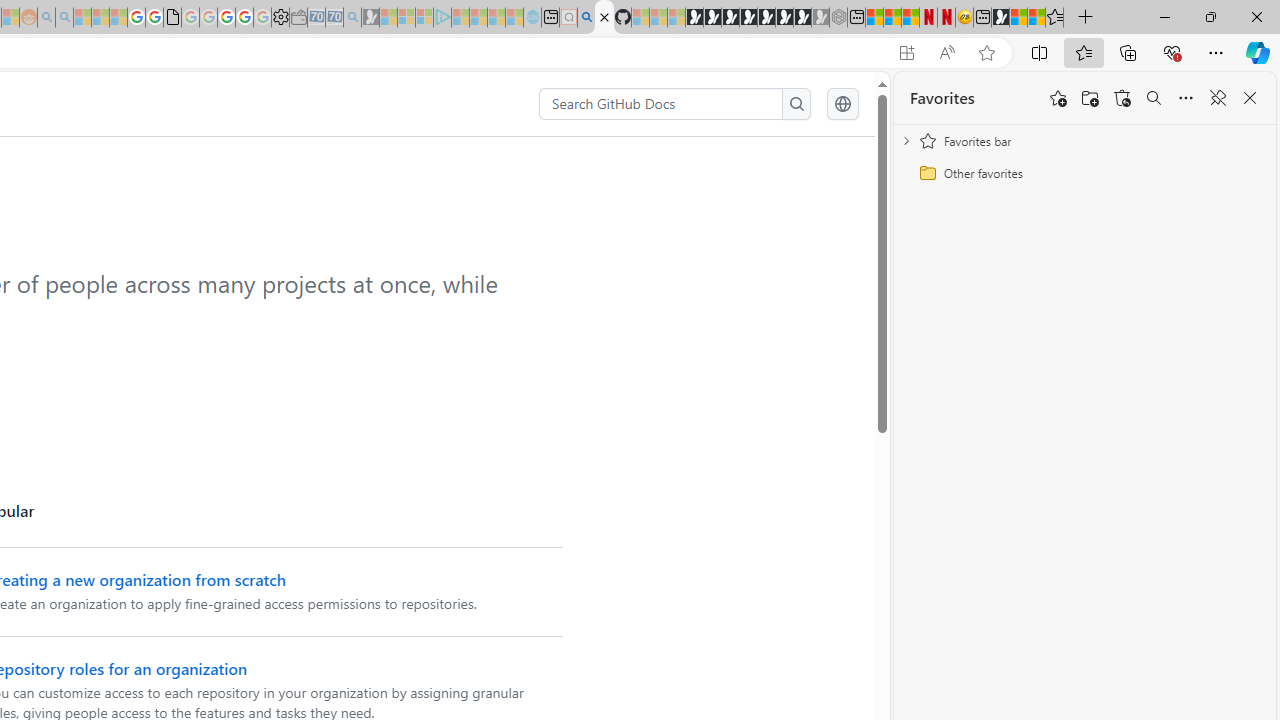  What do you see at coordinates (1249, 98) in the screenshot?
I see `'Close favorites'` at bounding box center [1249, 98].